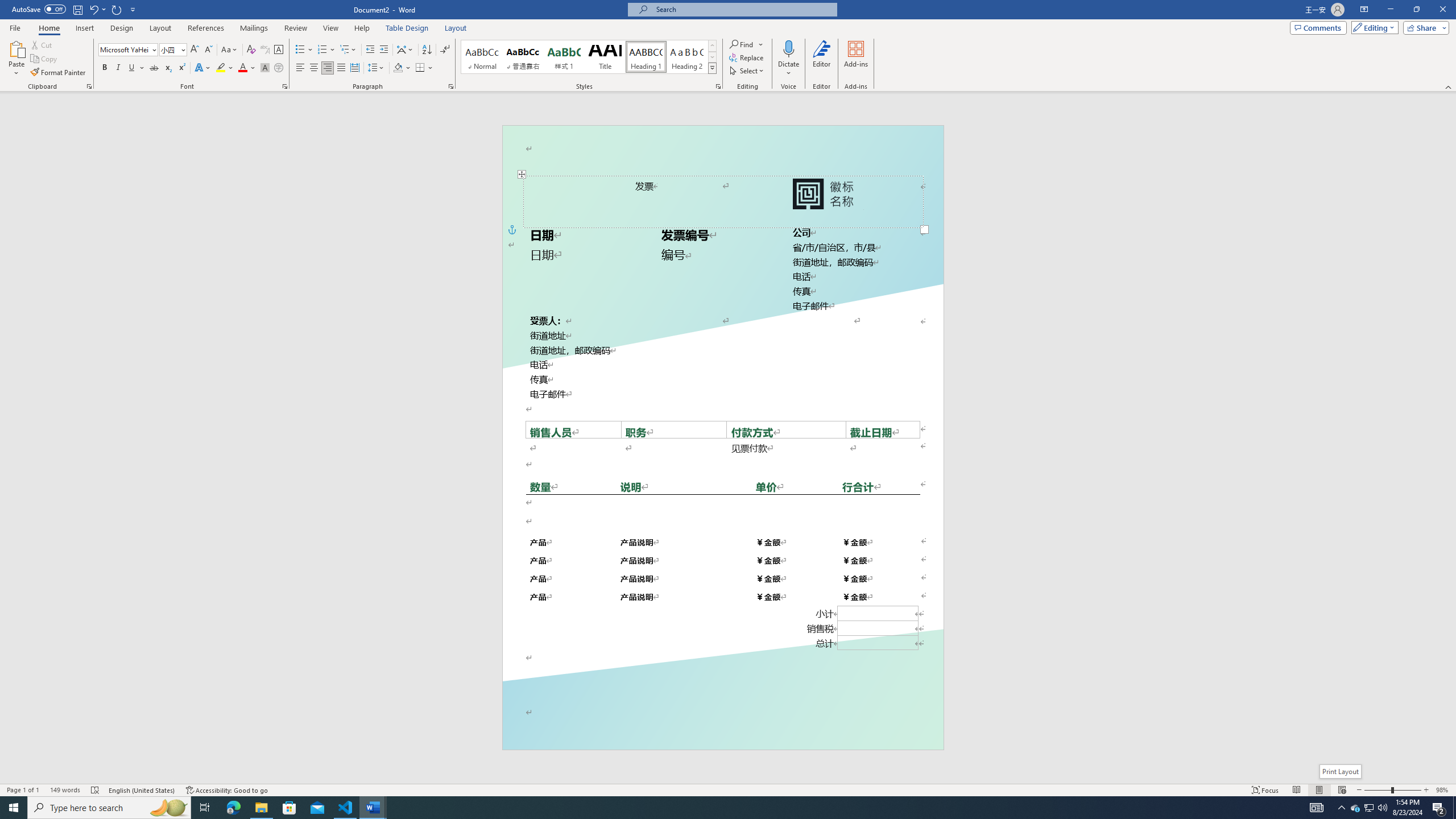  I want to click on 'Superscript', so click(180, 67).